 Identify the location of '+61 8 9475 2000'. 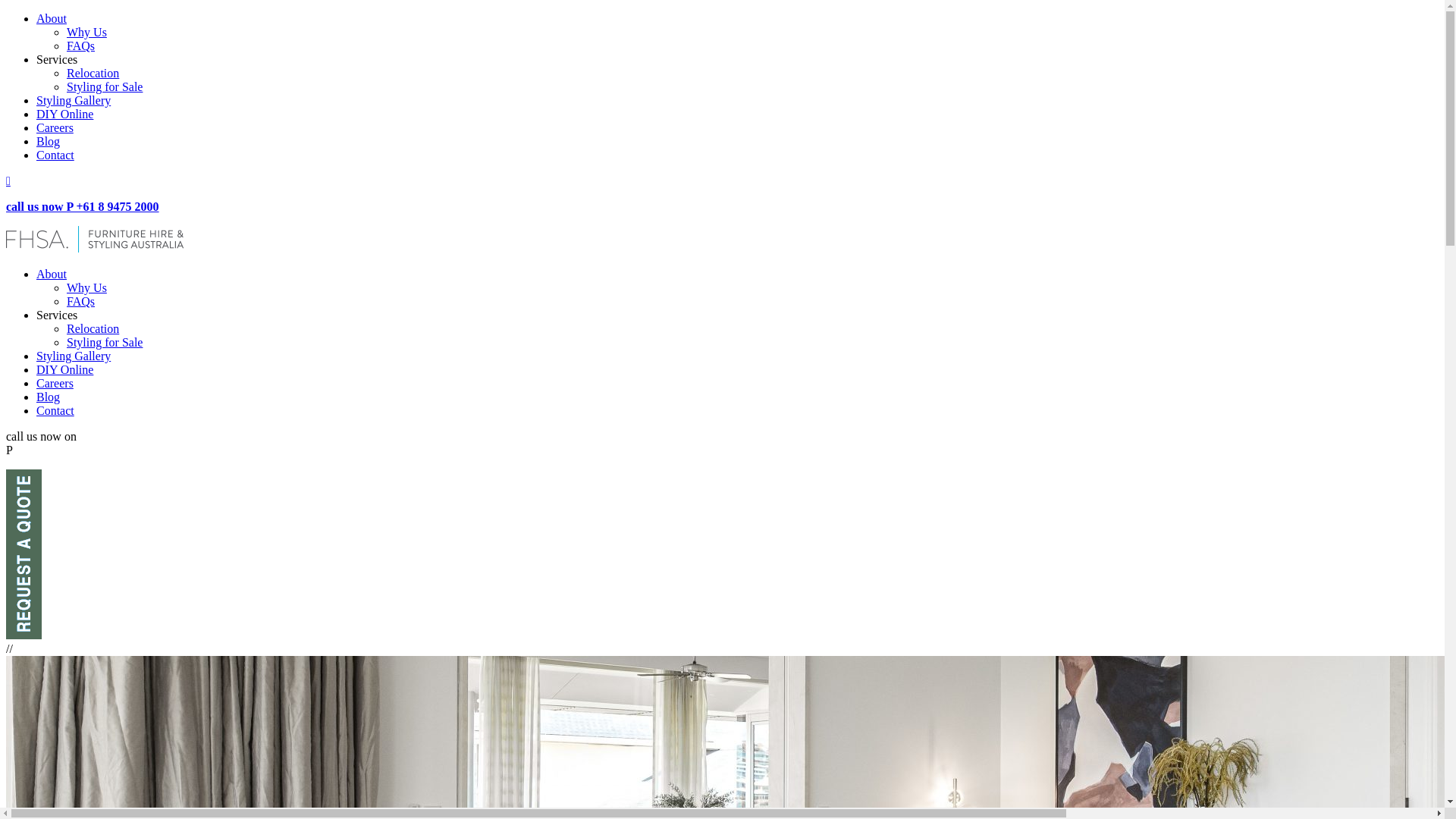
(56, 449).